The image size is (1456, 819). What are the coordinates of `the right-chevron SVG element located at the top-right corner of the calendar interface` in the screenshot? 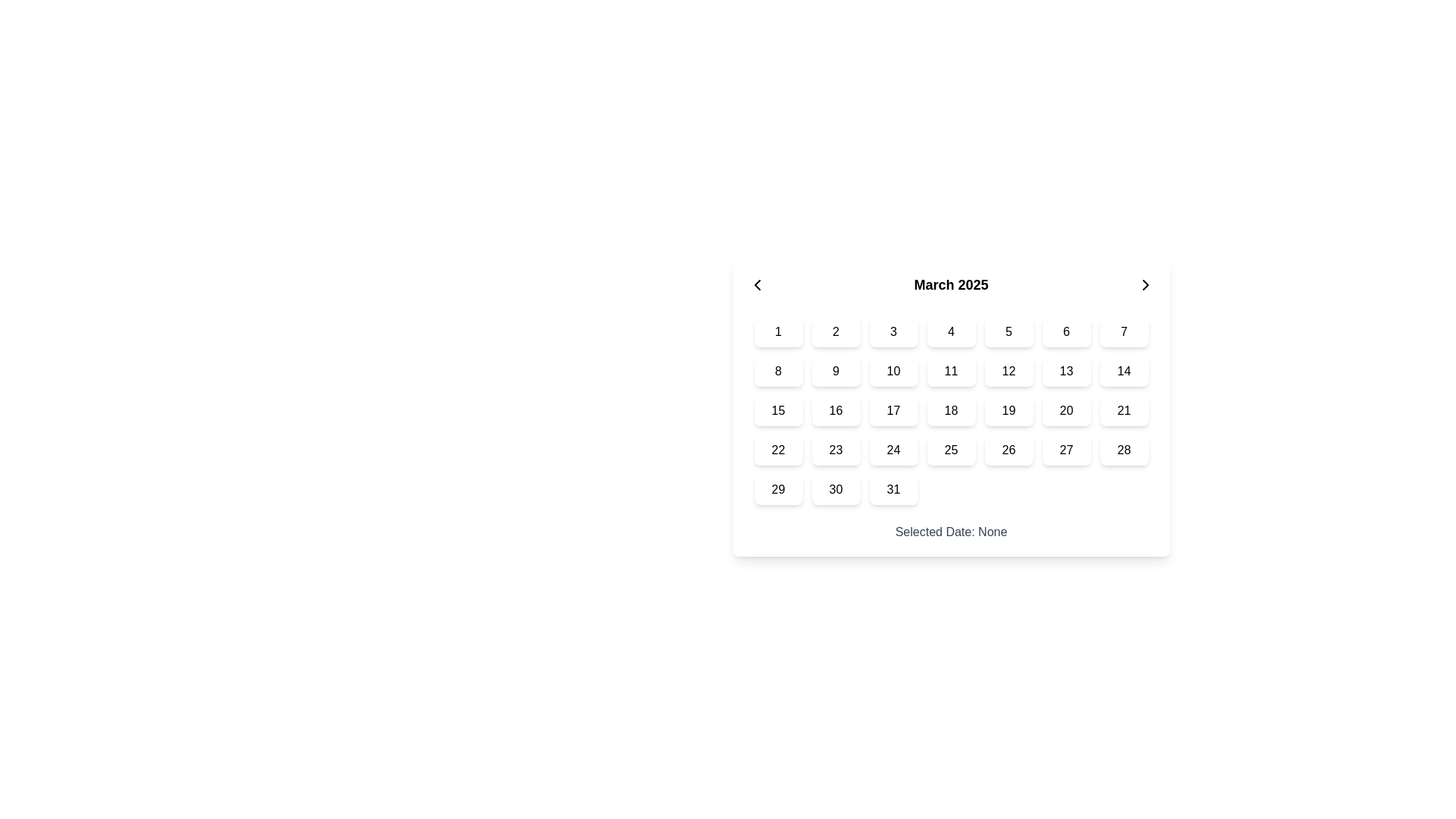 It's located at (1145, 284).